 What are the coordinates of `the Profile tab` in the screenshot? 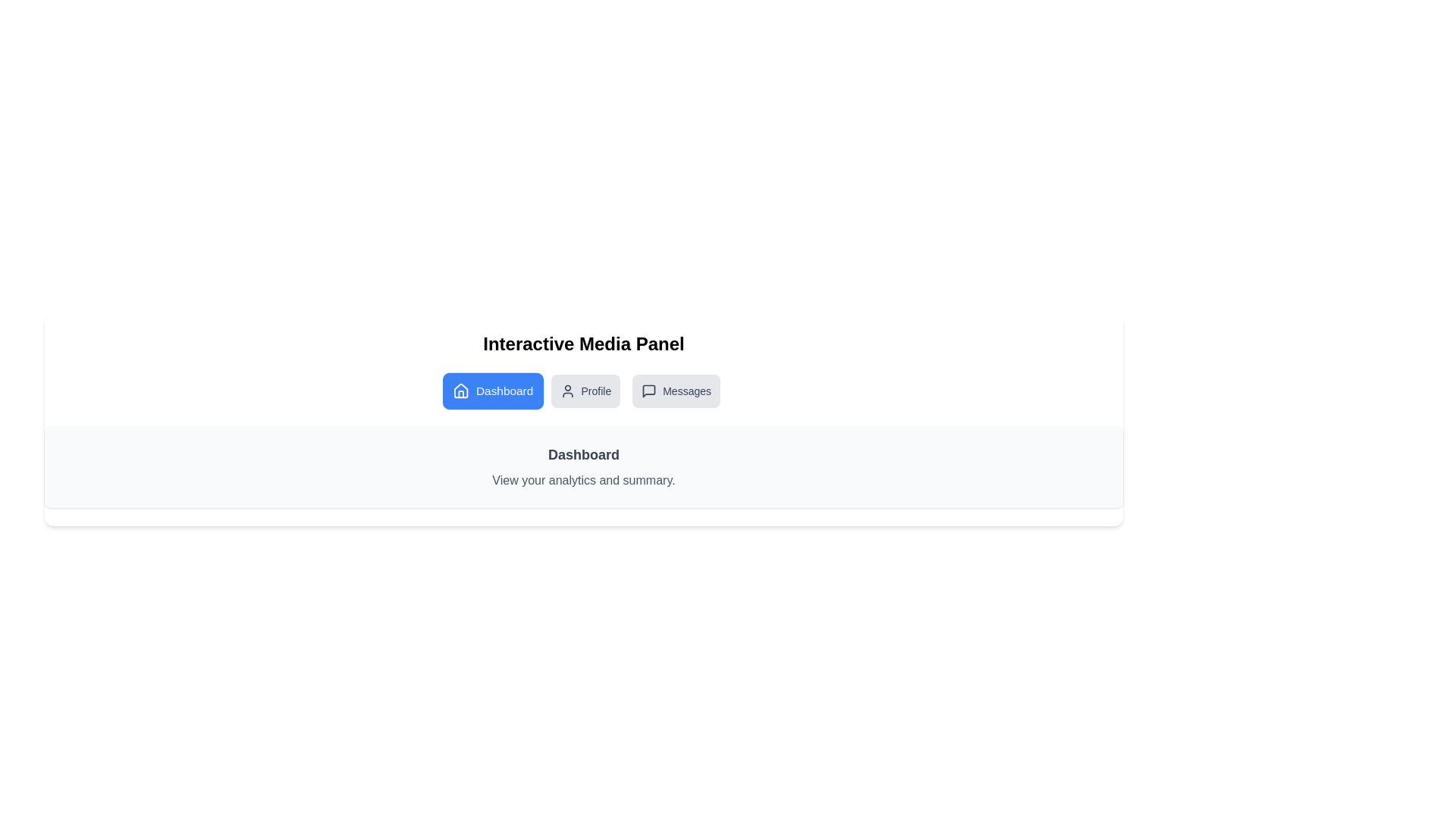 It's located at (585, 391).